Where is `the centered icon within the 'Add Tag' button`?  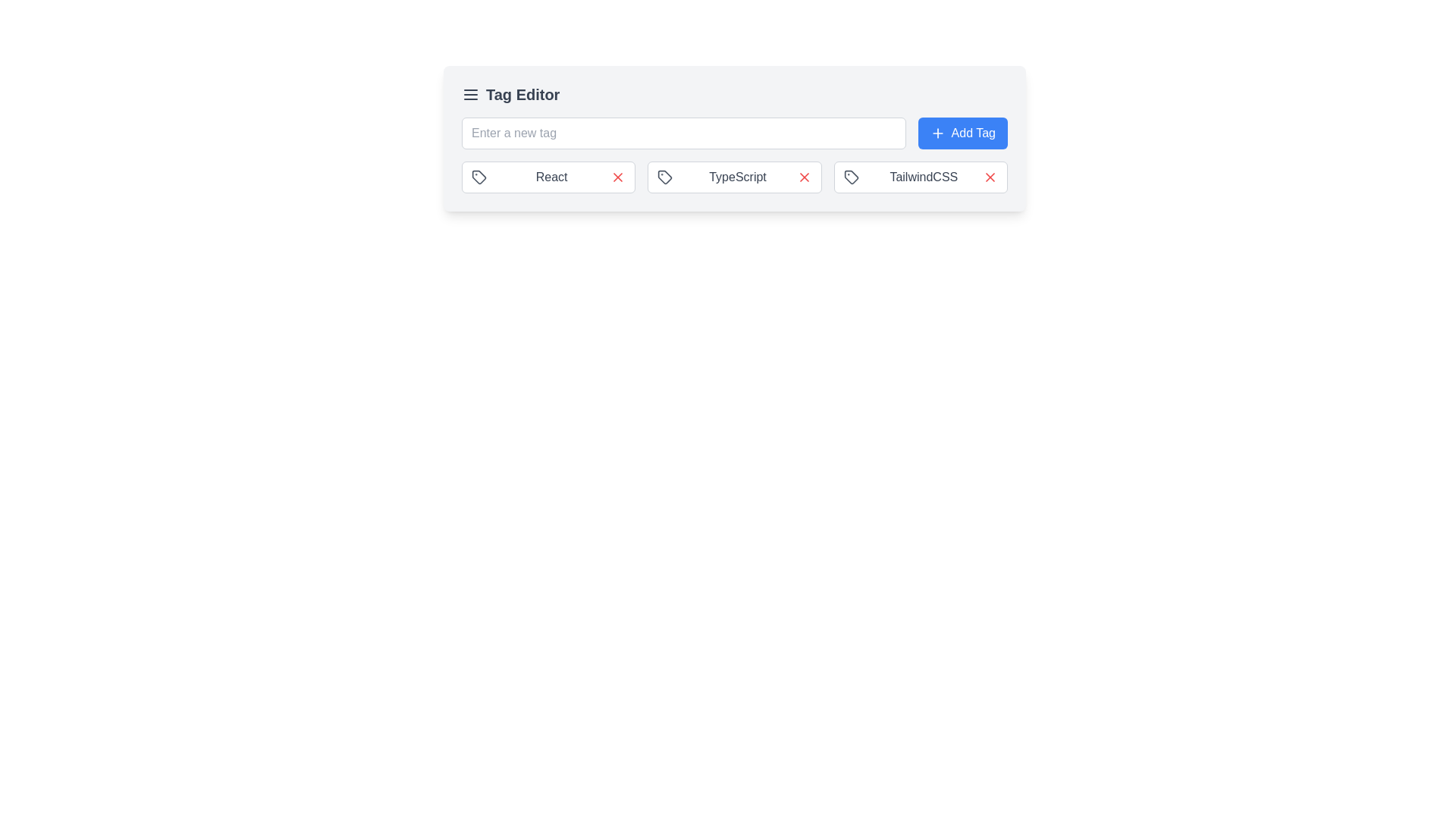
the centered icon within the 'Add Tag' button is located at coordinates (937, 133).